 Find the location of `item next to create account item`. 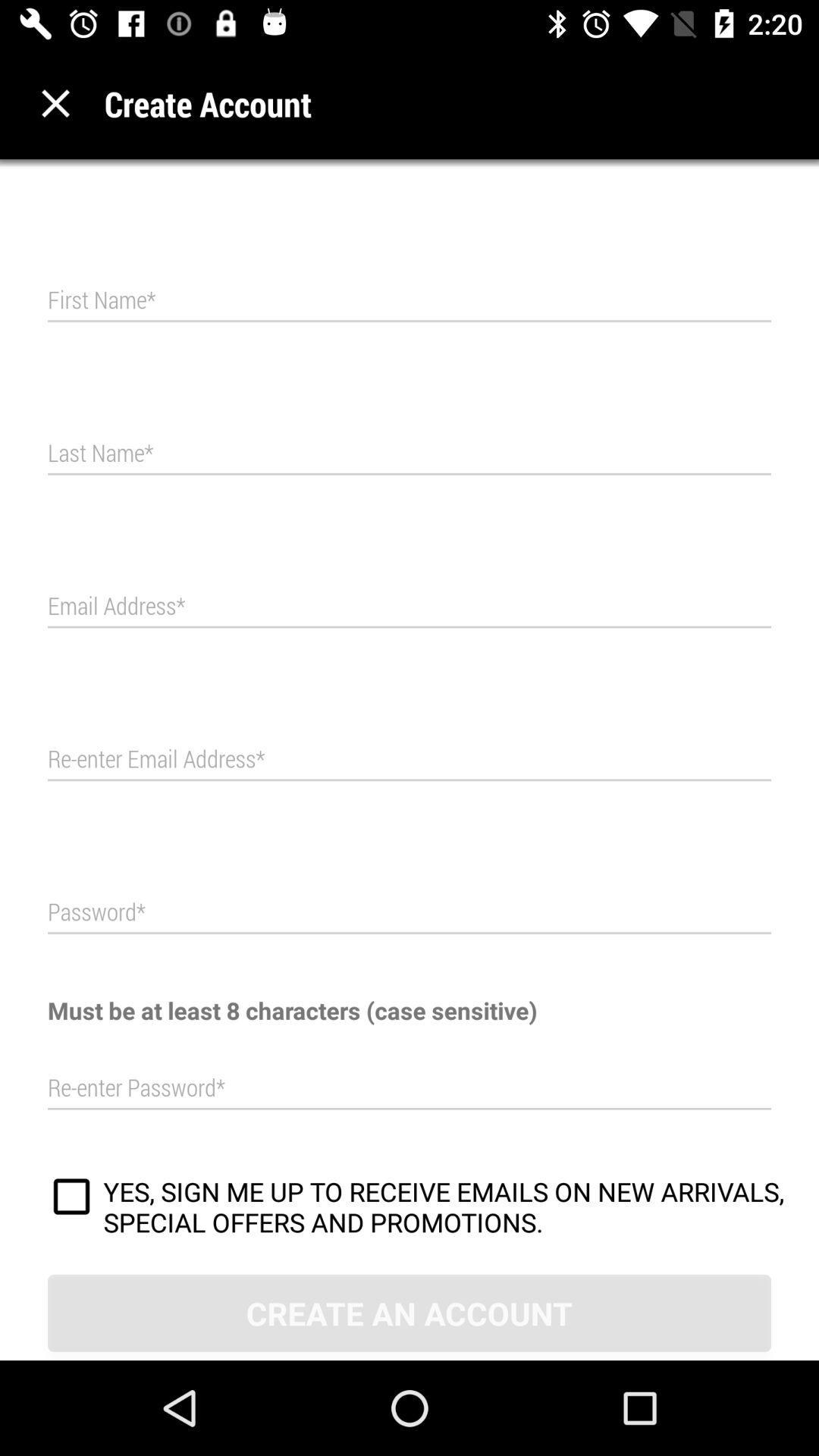

item next to create account item is located at coordinates (55, 102).